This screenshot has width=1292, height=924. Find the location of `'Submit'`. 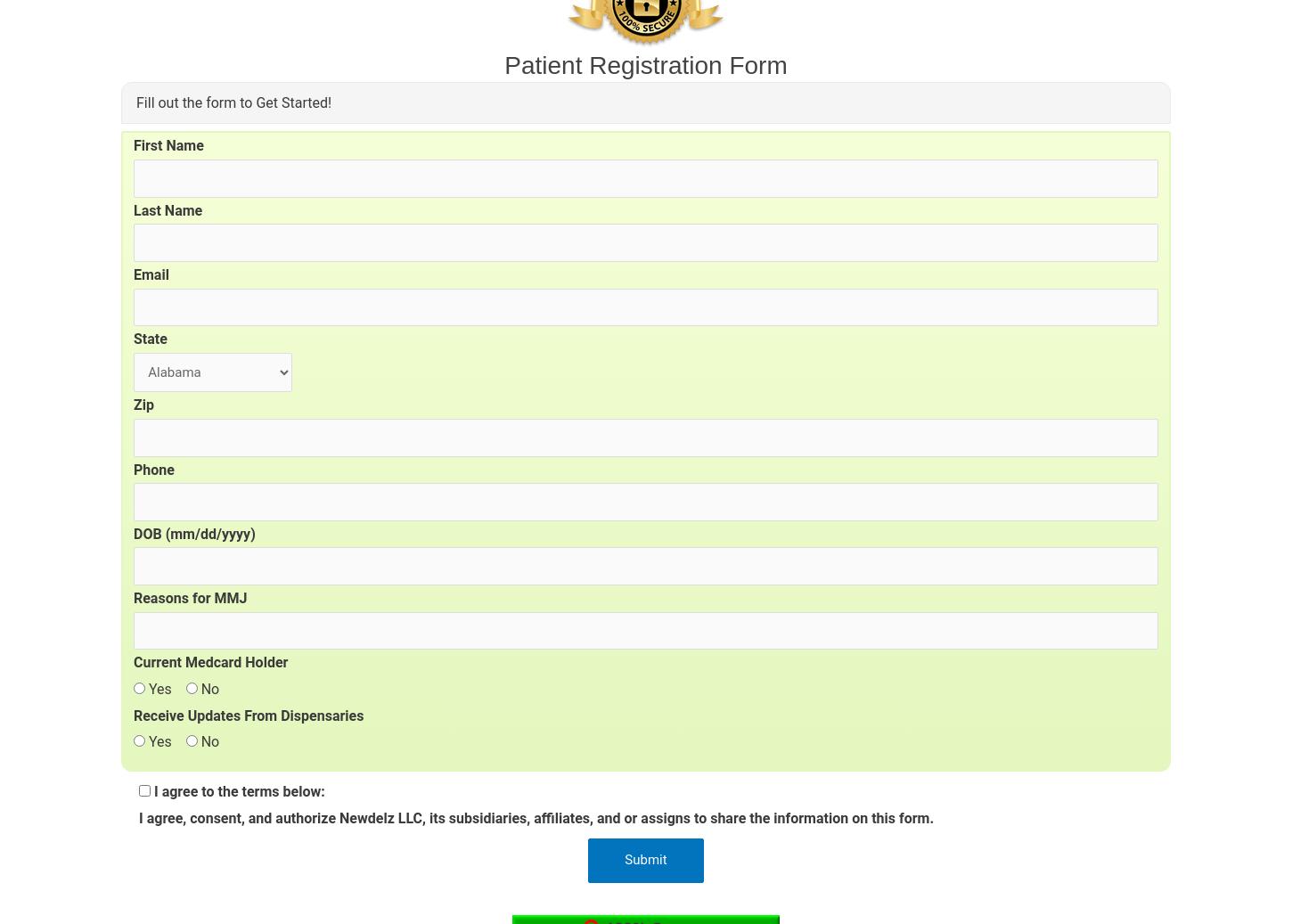

'Submit' is located at coordinates (644, 860).